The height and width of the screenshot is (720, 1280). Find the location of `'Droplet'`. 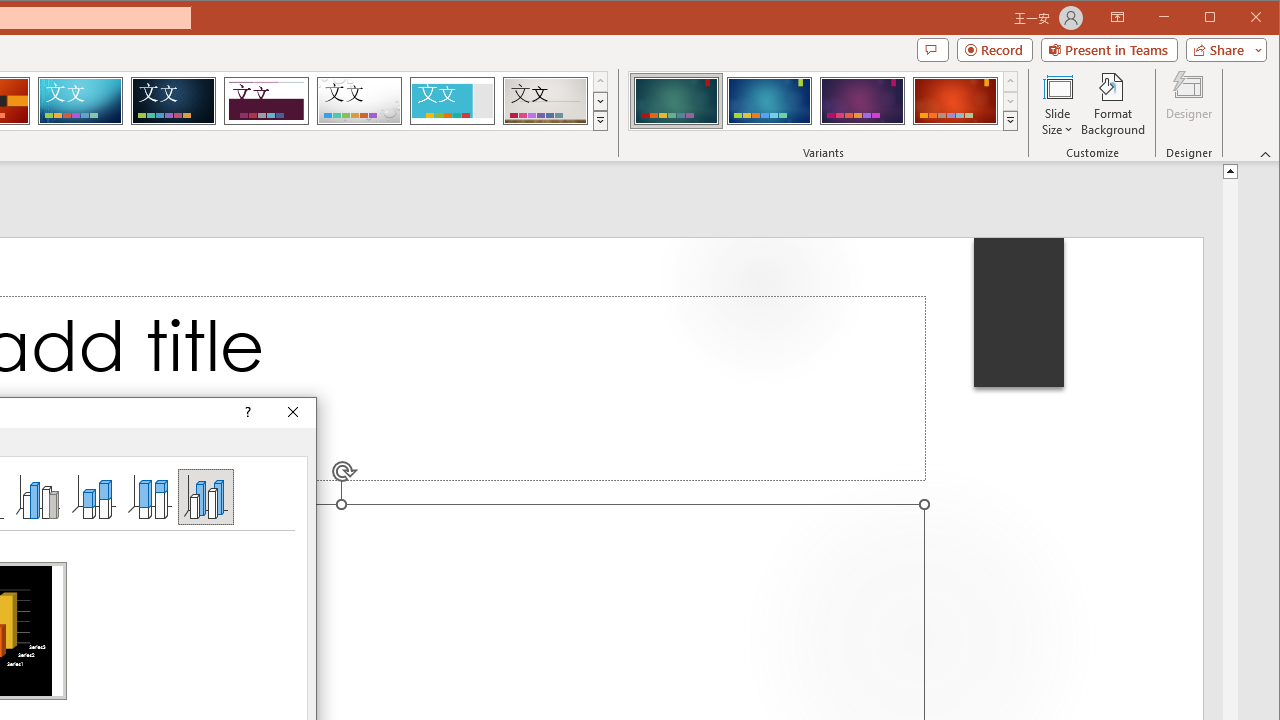

'Droplet' is located at coordinates (359, 100).